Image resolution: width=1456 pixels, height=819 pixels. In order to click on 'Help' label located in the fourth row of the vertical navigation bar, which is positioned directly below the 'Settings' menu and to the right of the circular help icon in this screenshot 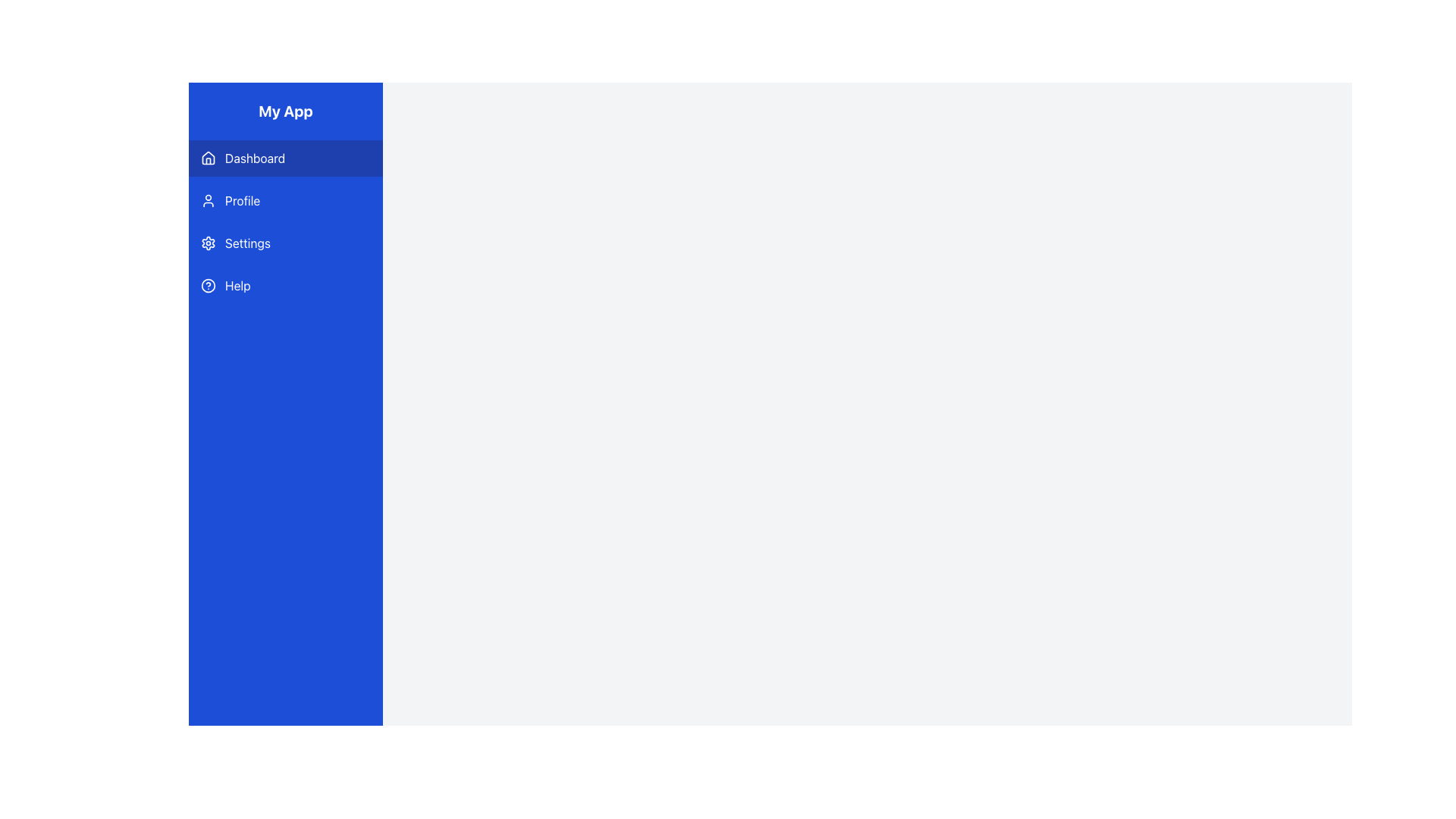, I will do `click(237, 286)`.